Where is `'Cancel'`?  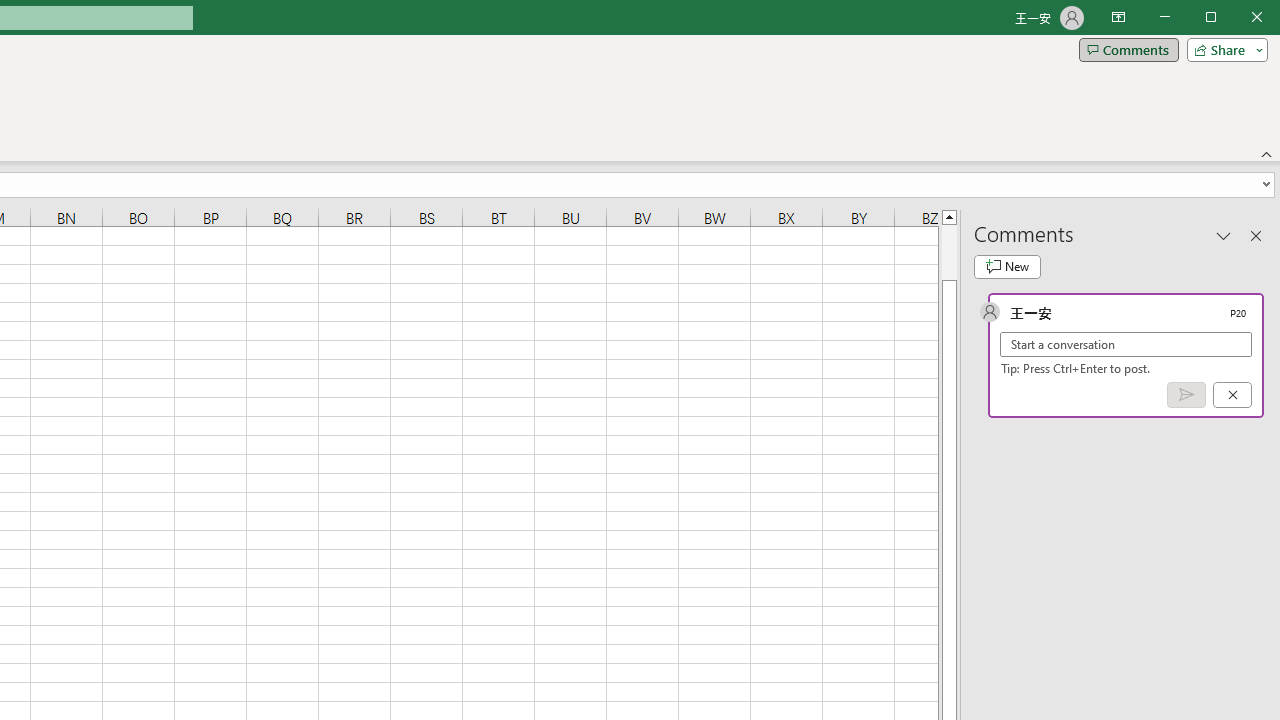 'Cancel' is located at coordinates (1231, 395).